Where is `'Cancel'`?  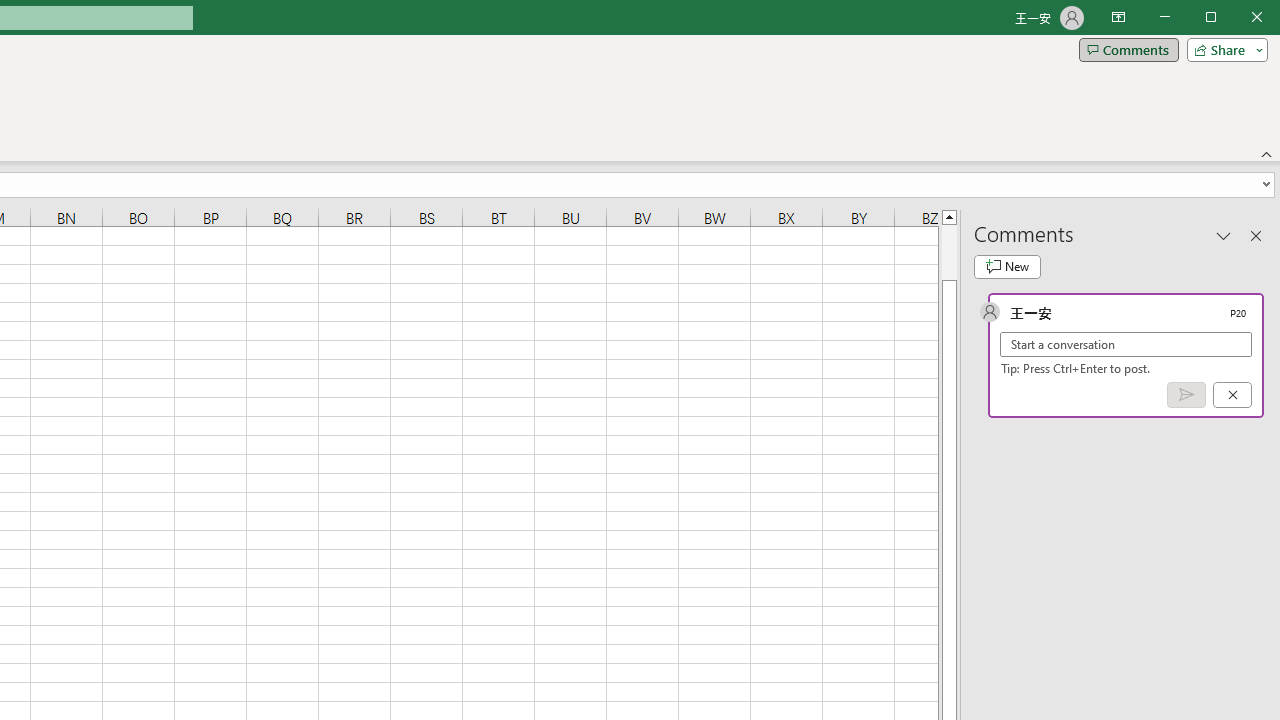 'Cancel' is located at coordinates (1231, 395).